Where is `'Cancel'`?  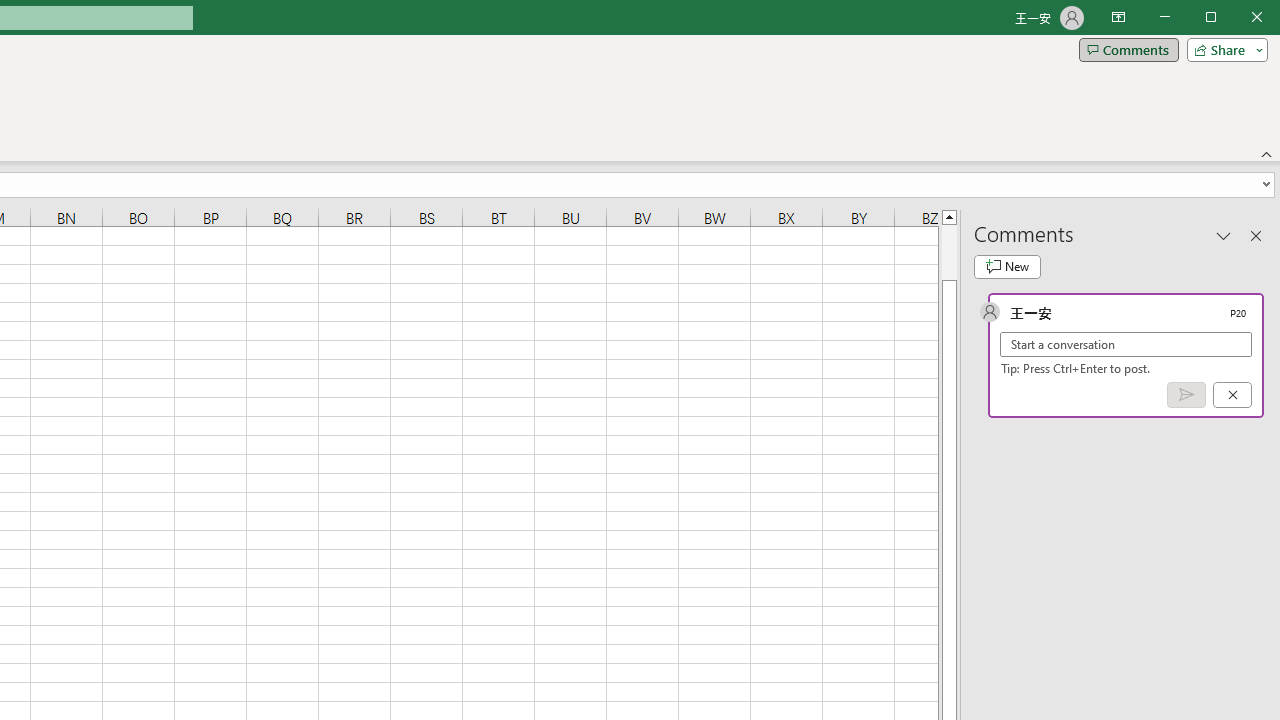 'Cancel' is located at coordinates (1231, 395).